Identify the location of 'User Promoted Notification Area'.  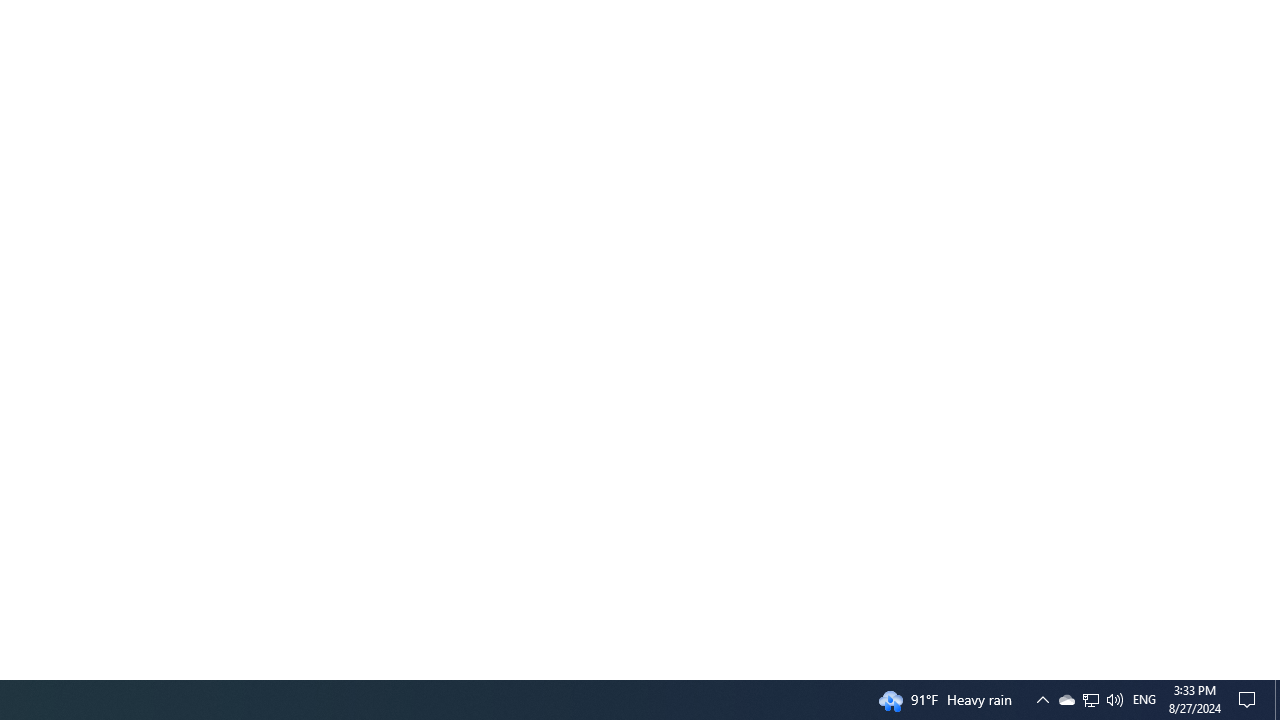
(1089, 698).